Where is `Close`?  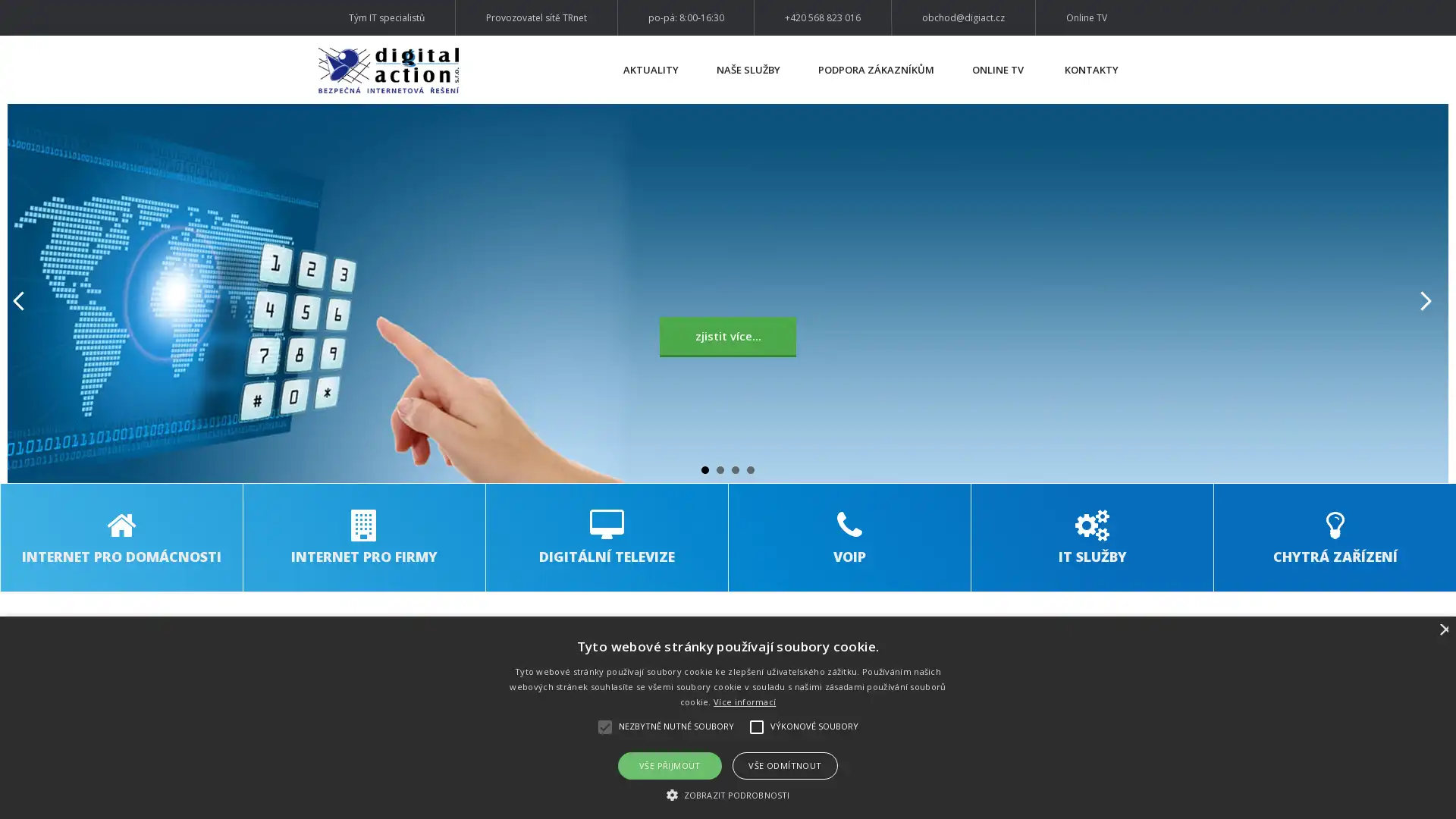
Close is located at coordinates (1442, 629).